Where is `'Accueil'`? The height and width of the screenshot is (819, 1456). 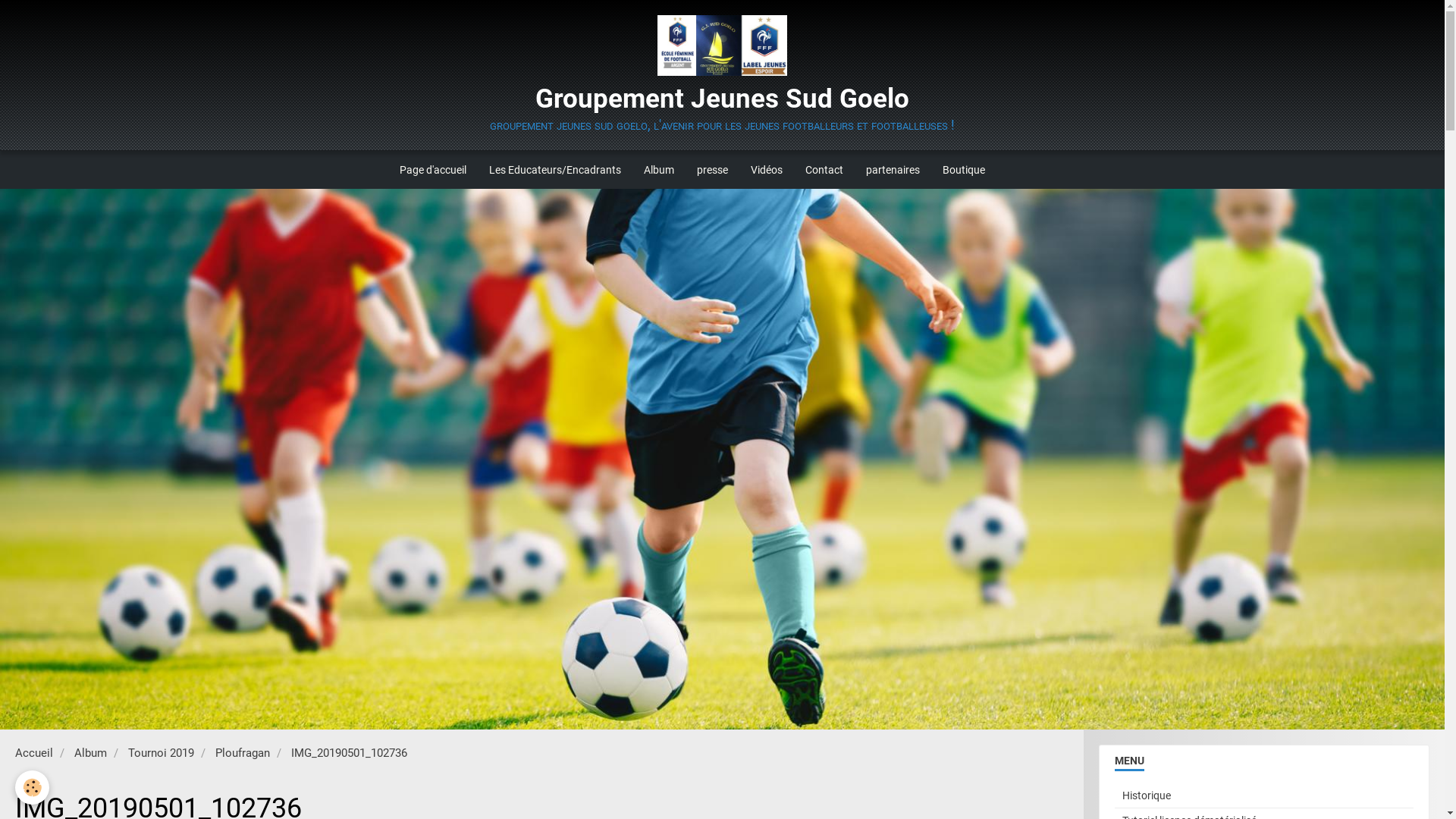
'Accueil' is located at coordinates (33, 752).